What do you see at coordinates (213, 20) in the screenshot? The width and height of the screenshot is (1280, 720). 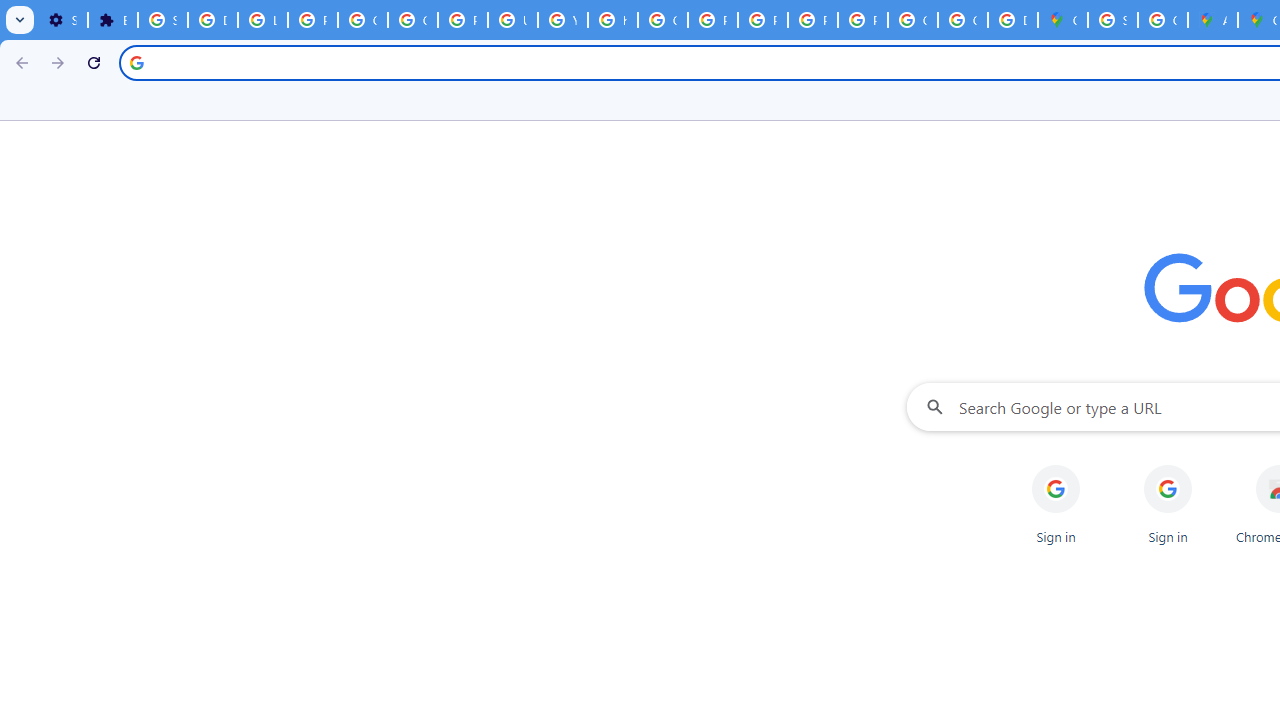 I see `'Delete photos & videos - Computer - Google Photos Help'` at bounding box center [213, 20].